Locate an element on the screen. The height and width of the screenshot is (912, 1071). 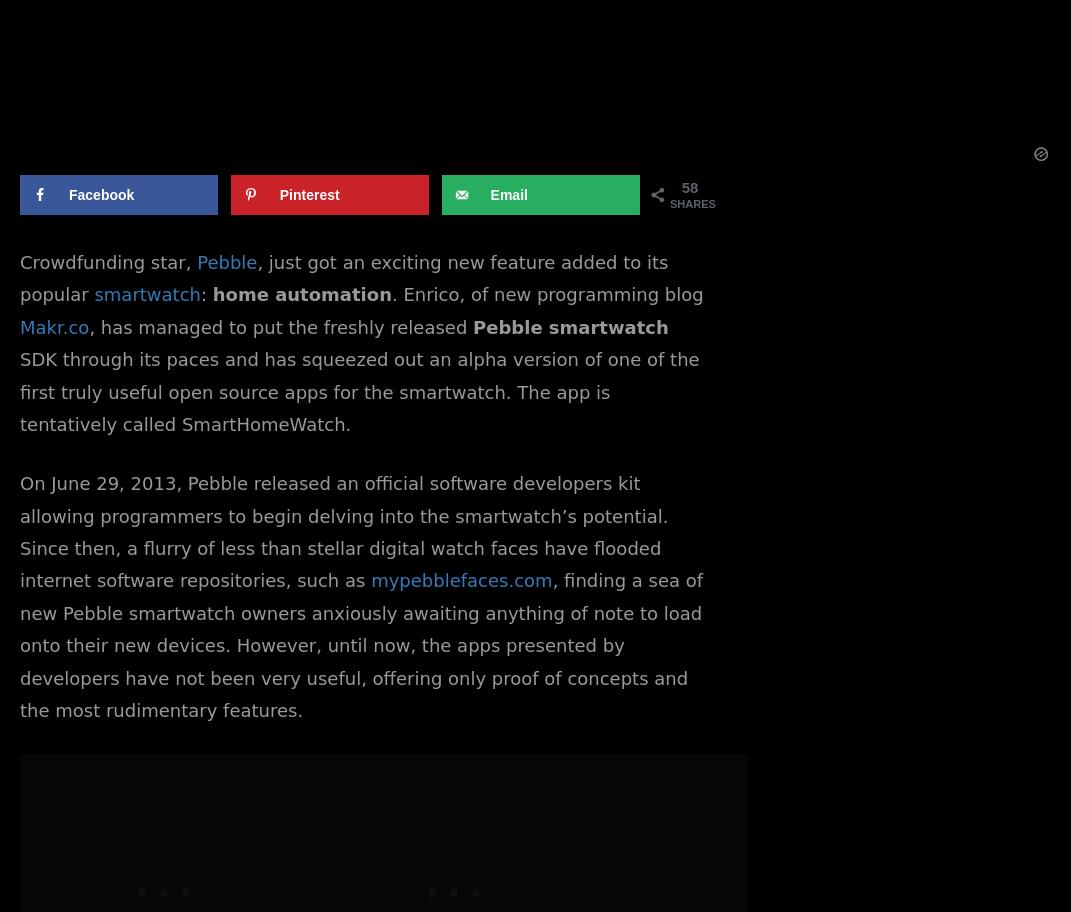
':' is located at coordinates (204, 293).